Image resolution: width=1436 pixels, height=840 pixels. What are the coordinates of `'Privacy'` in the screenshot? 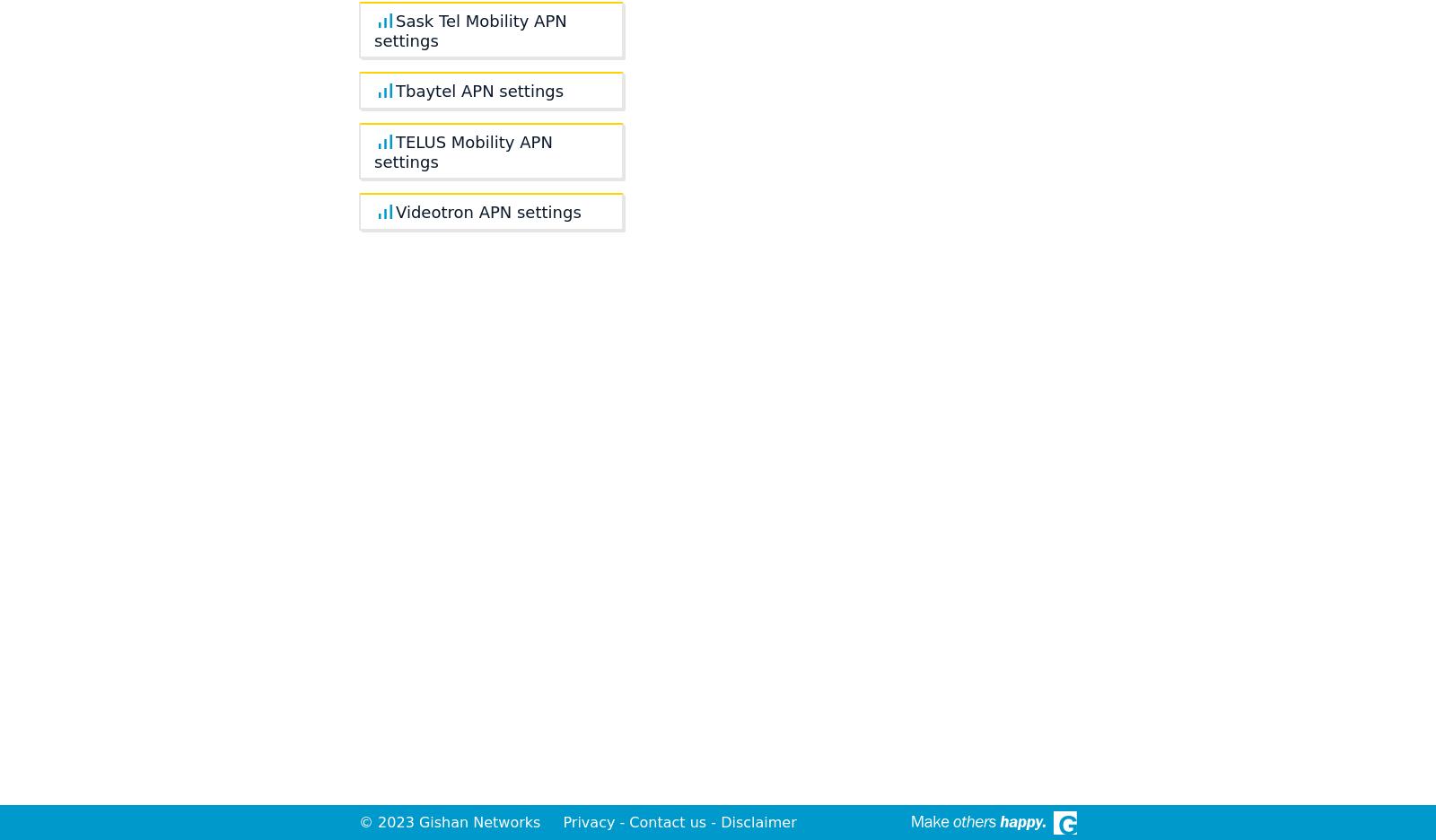 It's located at (589, 822).